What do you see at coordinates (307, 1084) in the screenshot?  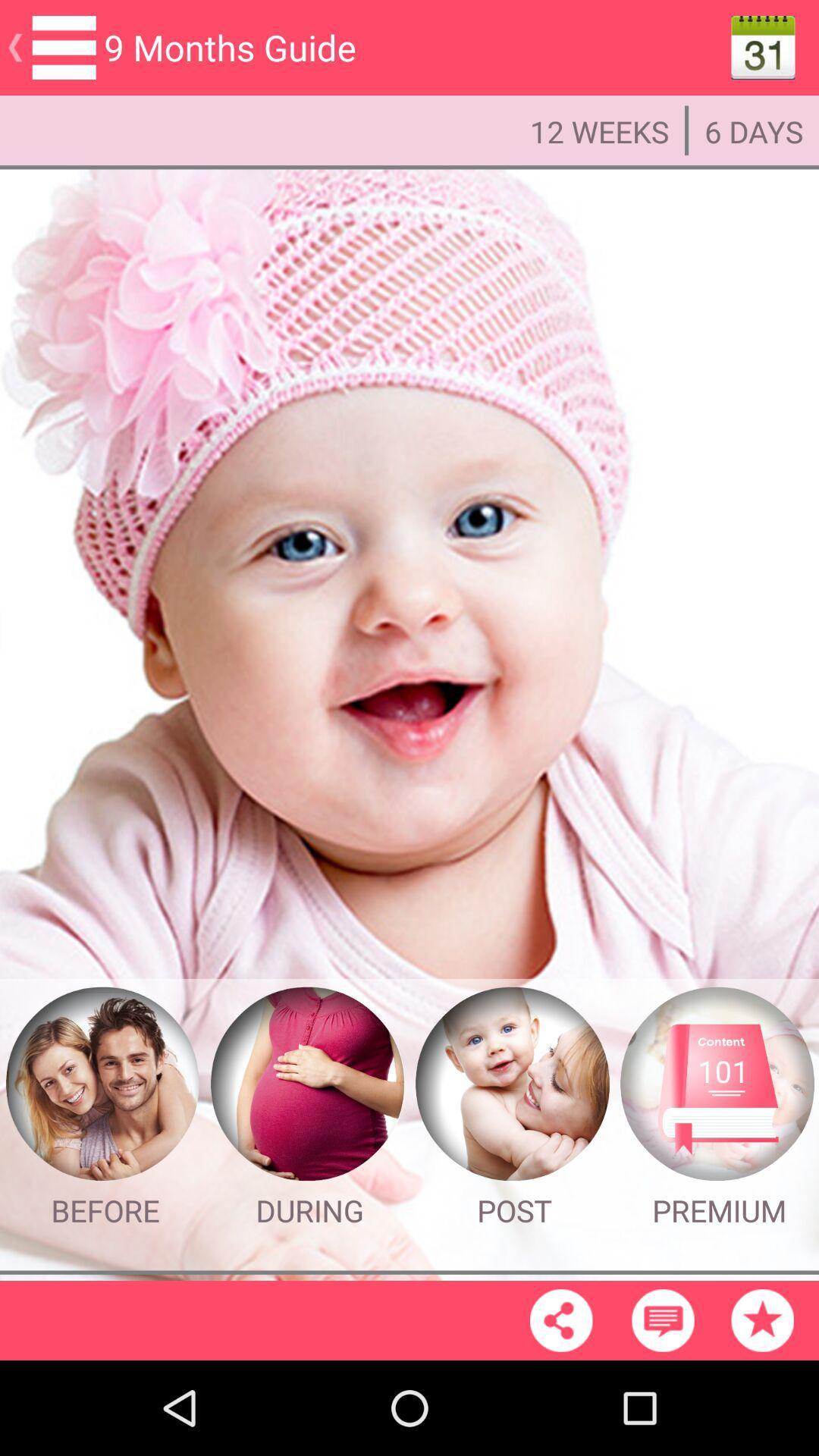 I see `the during page` at bounding box center [307, 1084].